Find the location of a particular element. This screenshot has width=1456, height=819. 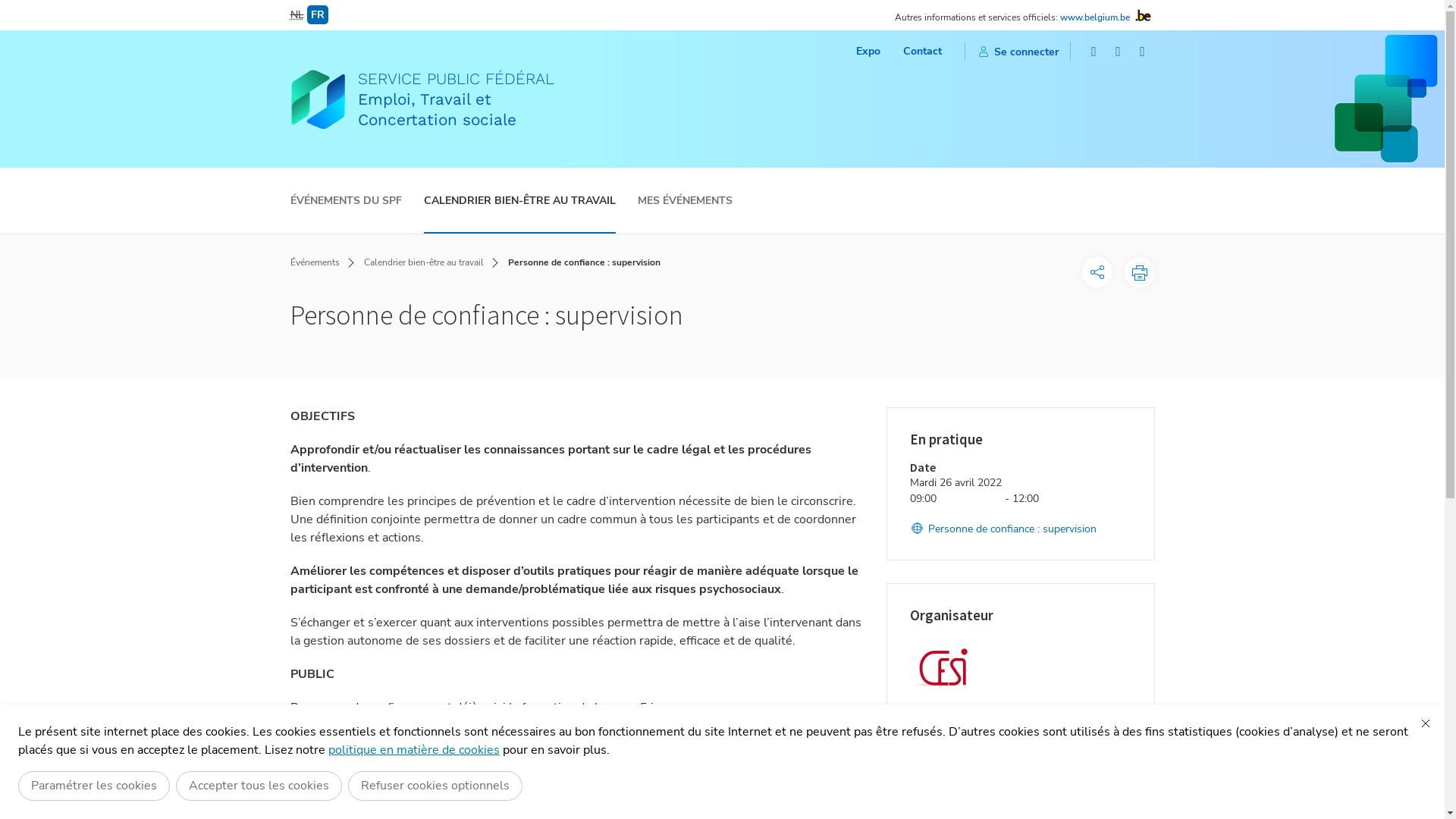

'LinkedIn' is located at coordinates (1143, 51).